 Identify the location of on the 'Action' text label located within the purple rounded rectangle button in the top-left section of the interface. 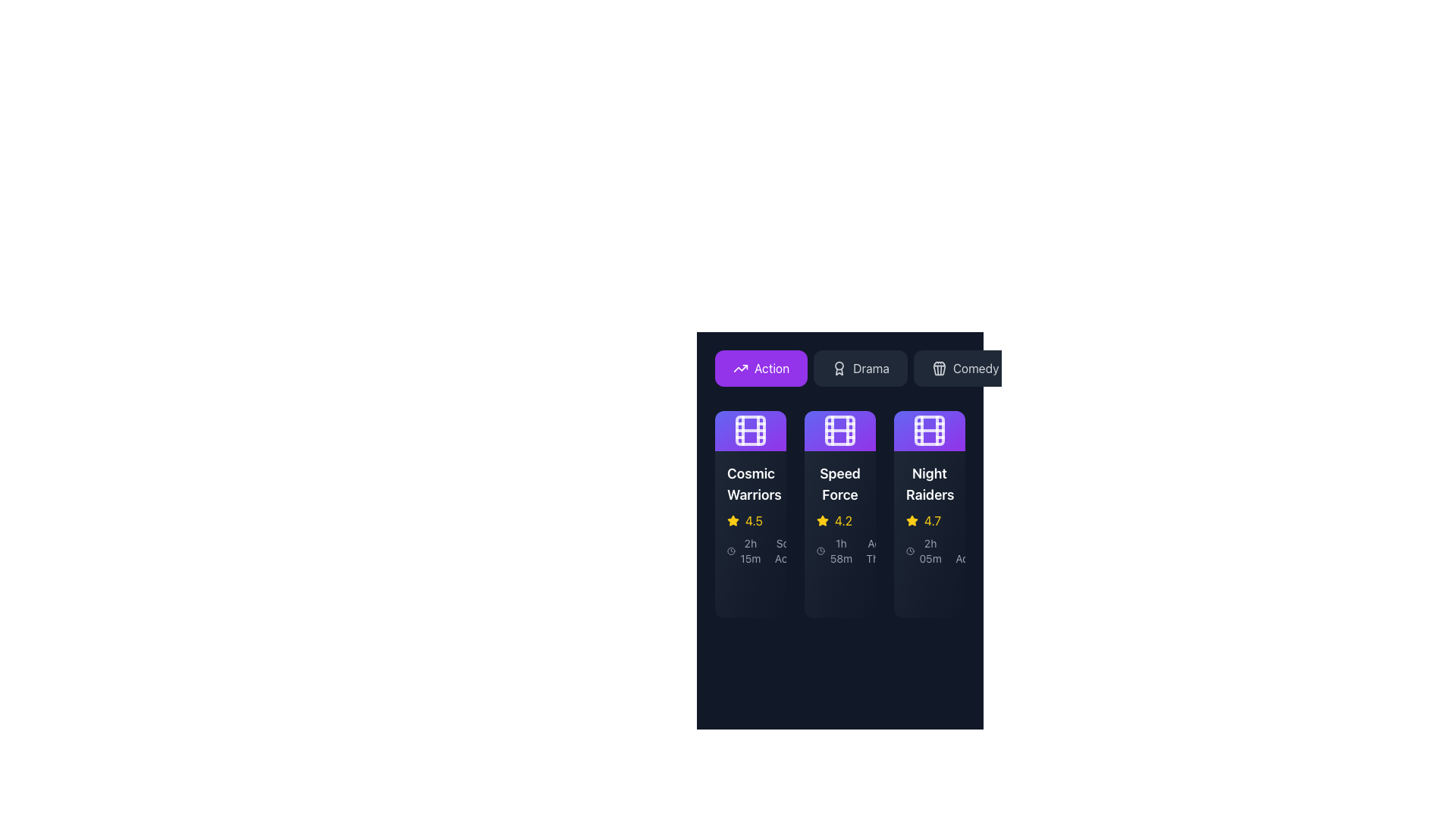
(771, 369).